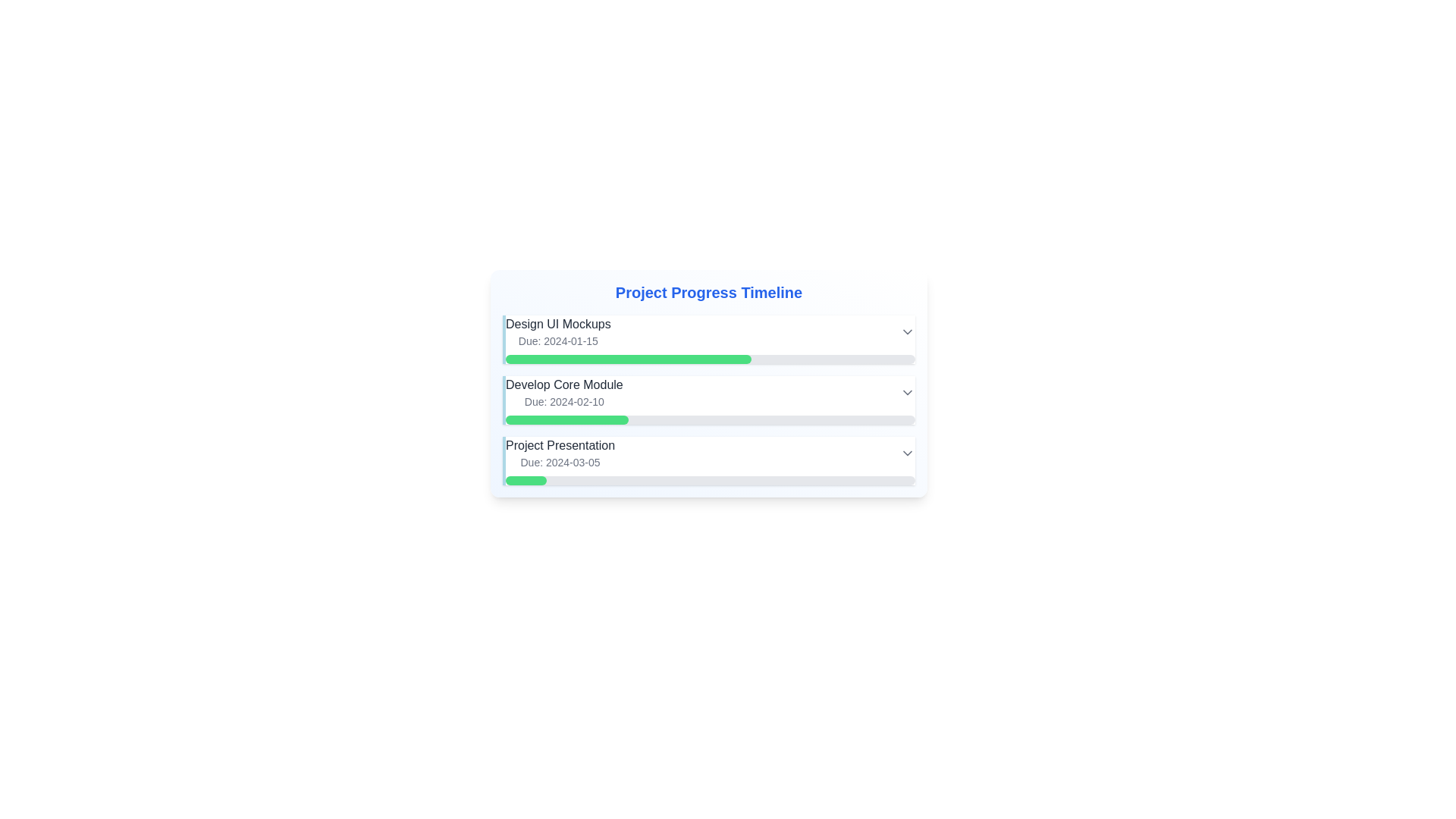 The width and height of the screenshot is (1456, 819). What do you see at coordinates (563, 400) in the screenshot?
I see `the Text Label displaying 'Due: 2024-02-10' which is located directly below 'Develop Core Module' and aligned to its left margin` at bounding box center [563, 400].